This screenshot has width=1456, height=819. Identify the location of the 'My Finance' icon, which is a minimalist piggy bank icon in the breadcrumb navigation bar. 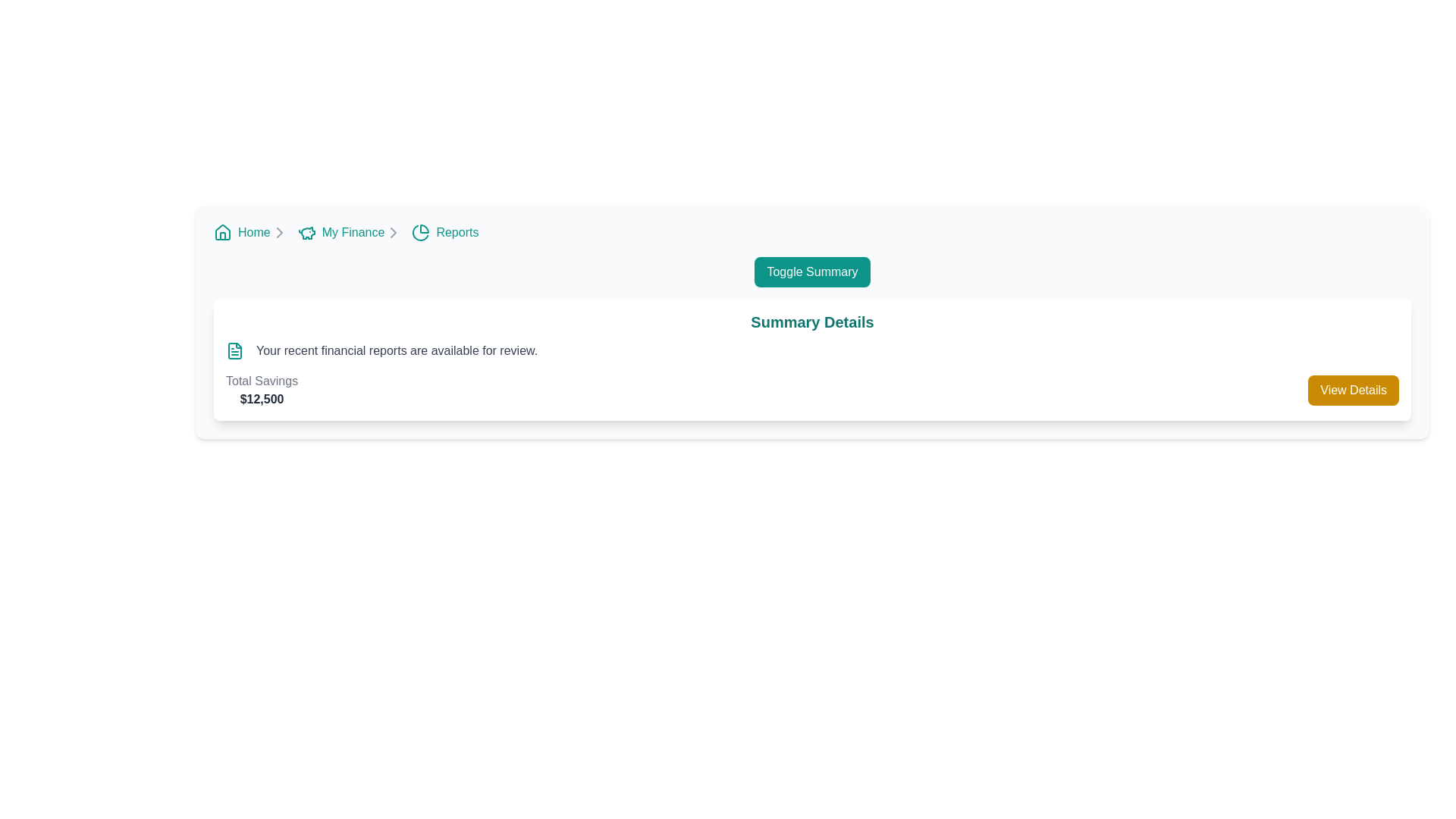
(307, 233).